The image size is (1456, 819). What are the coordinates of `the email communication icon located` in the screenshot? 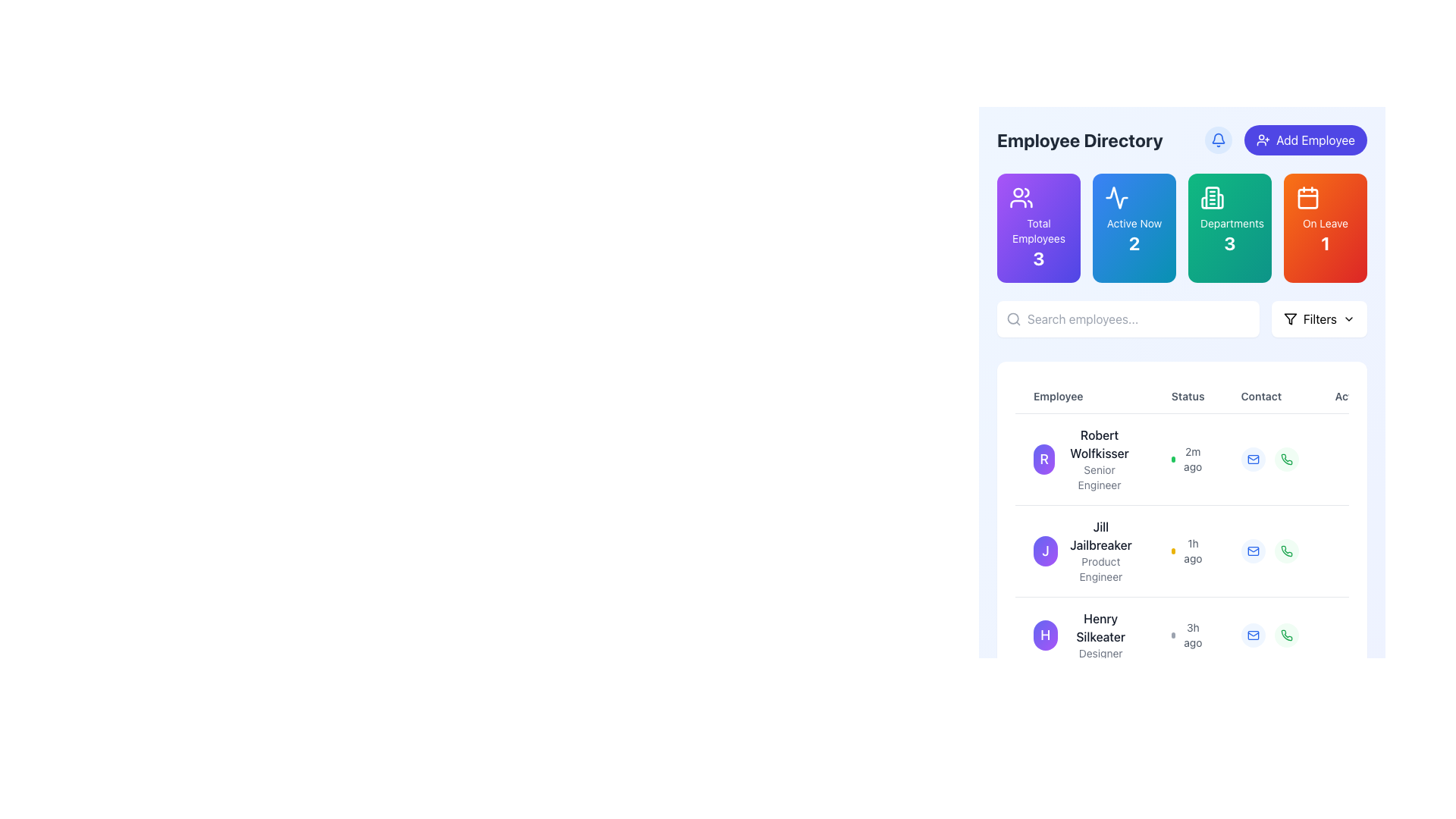 It's located at (1252, 635).